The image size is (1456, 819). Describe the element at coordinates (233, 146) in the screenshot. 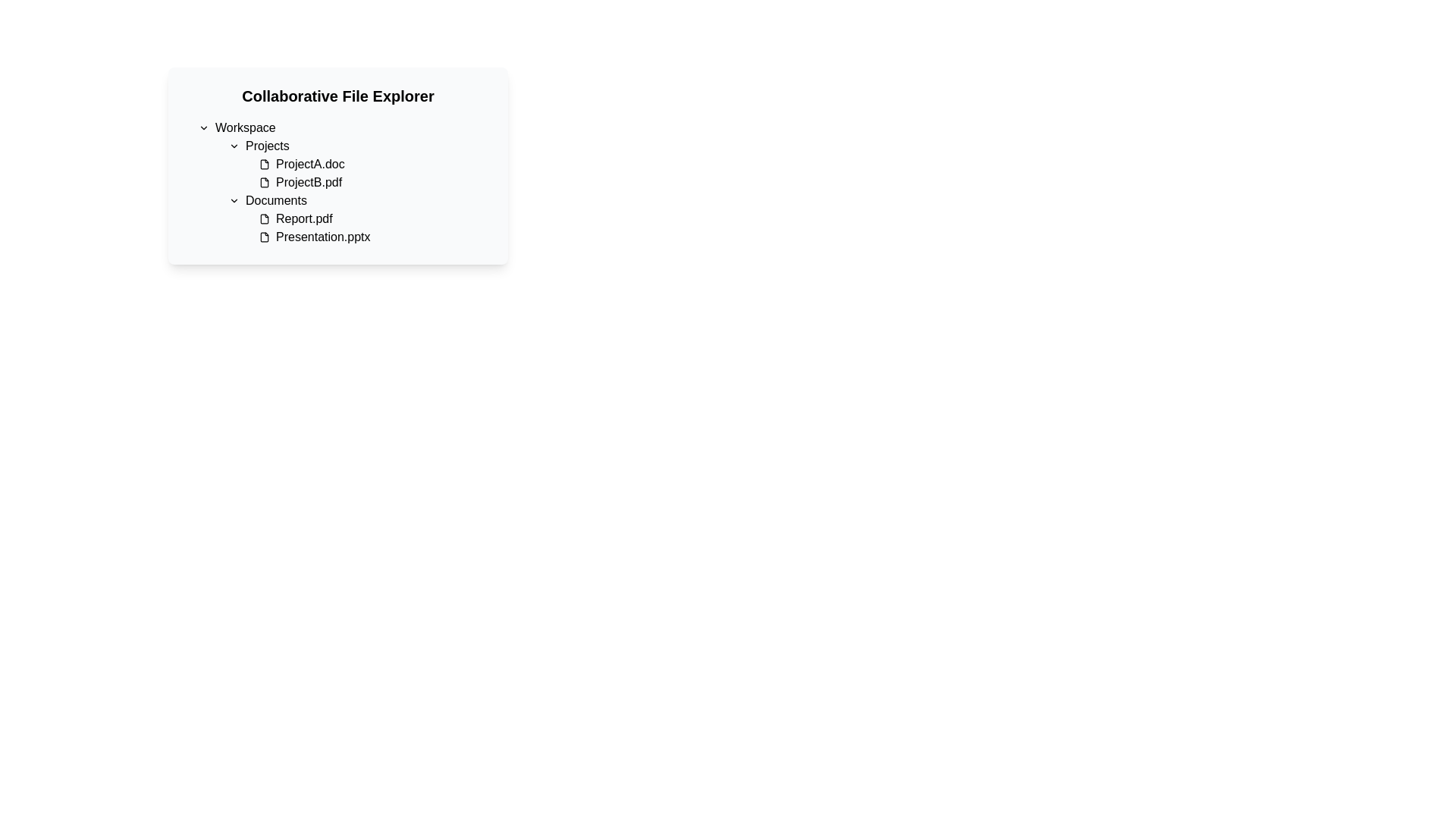

I see `the interactive icon located to the left of the 'Projects' text` at that location.